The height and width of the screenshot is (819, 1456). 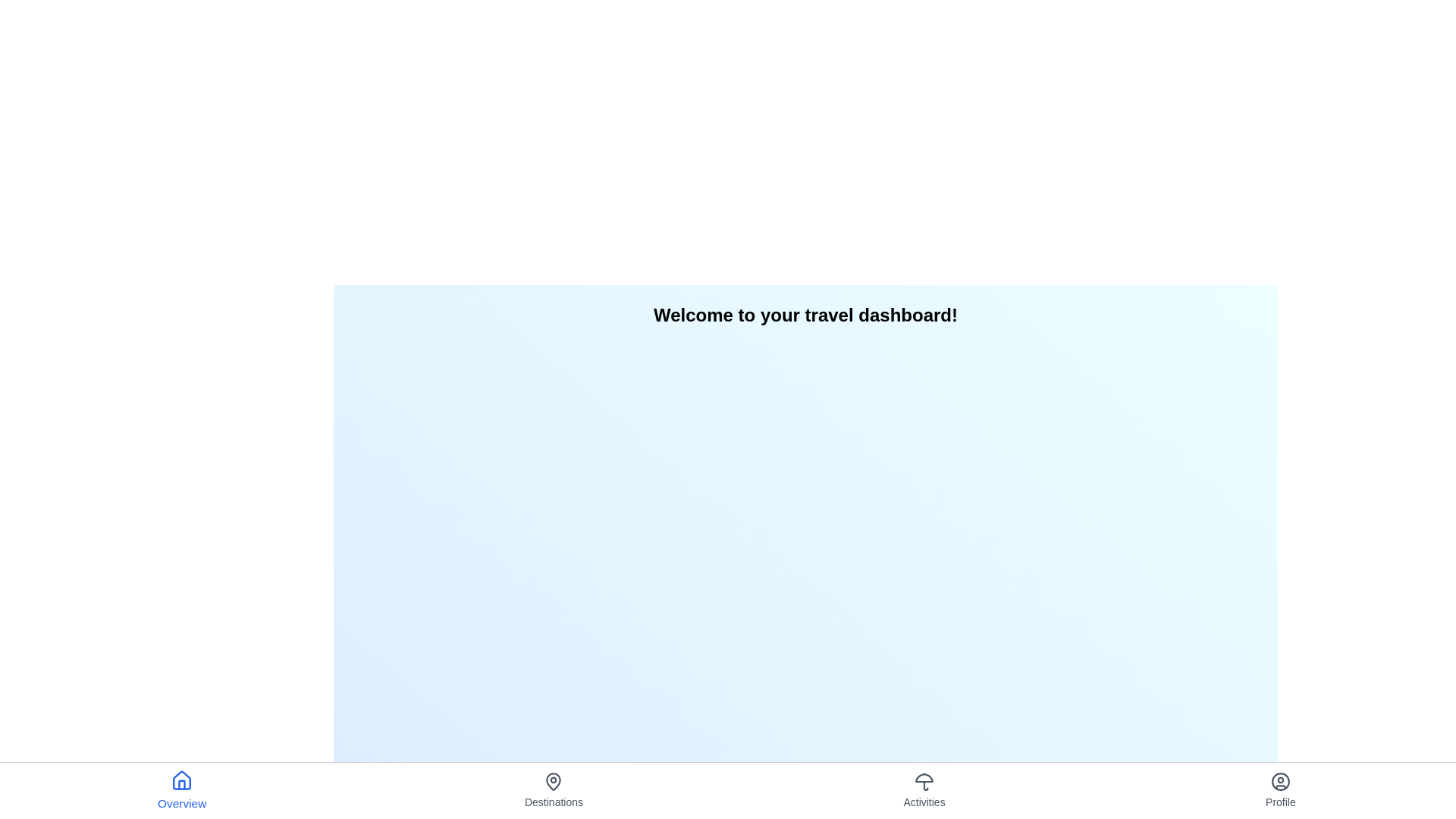 What do you see at coordinates (553, 781) in the screenshot?
I see `the map pin icon representing the 'Destinations' tab in the navigation bar` at bounding box center [553, 781].